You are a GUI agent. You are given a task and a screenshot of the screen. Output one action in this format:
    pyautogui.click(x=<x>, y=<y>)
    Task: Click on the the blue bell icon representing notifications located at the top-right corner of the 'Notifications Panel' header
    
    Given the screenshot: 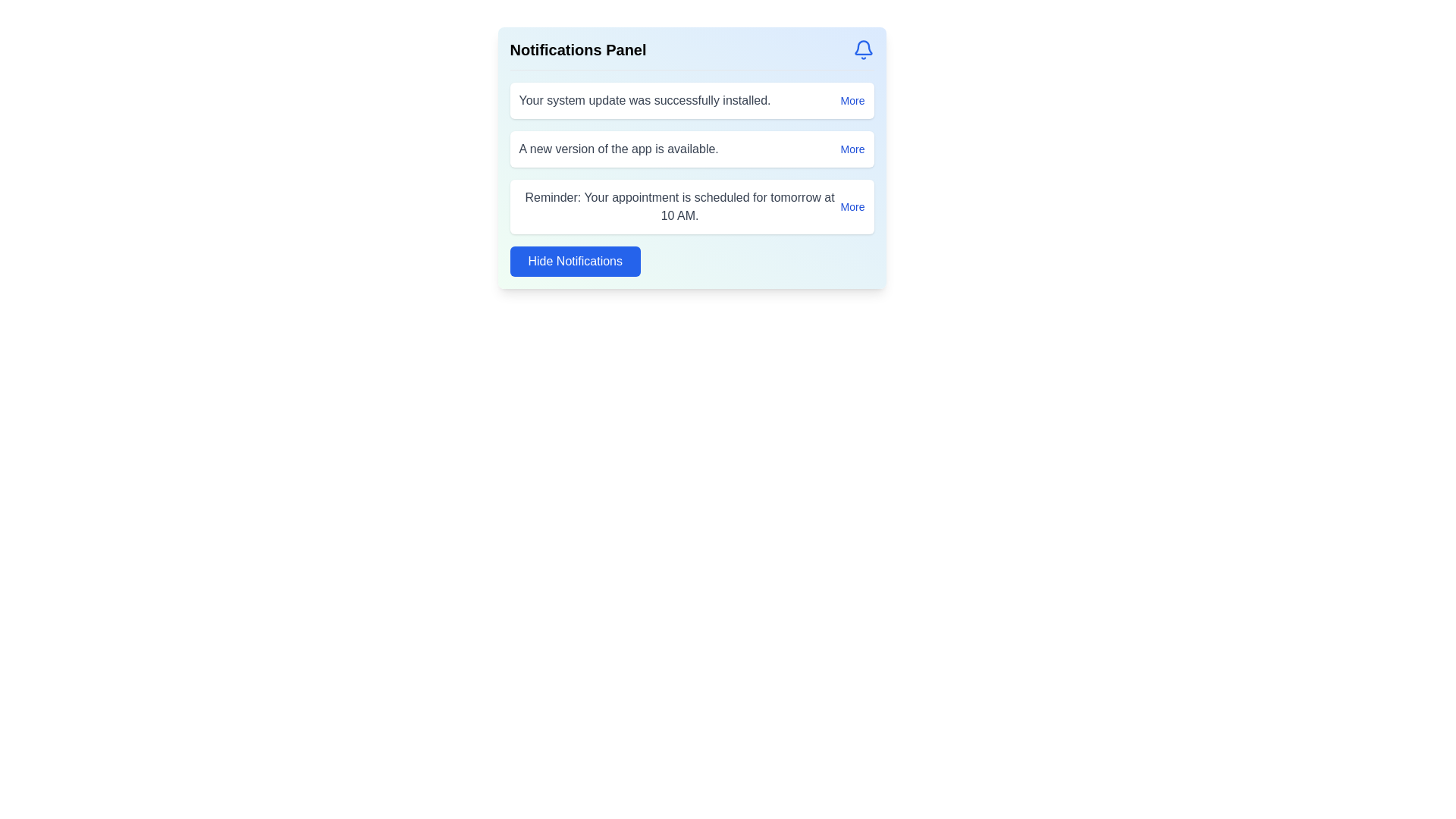 What is the action you would take?
    pyautogui.click(x=863, y=49)
    